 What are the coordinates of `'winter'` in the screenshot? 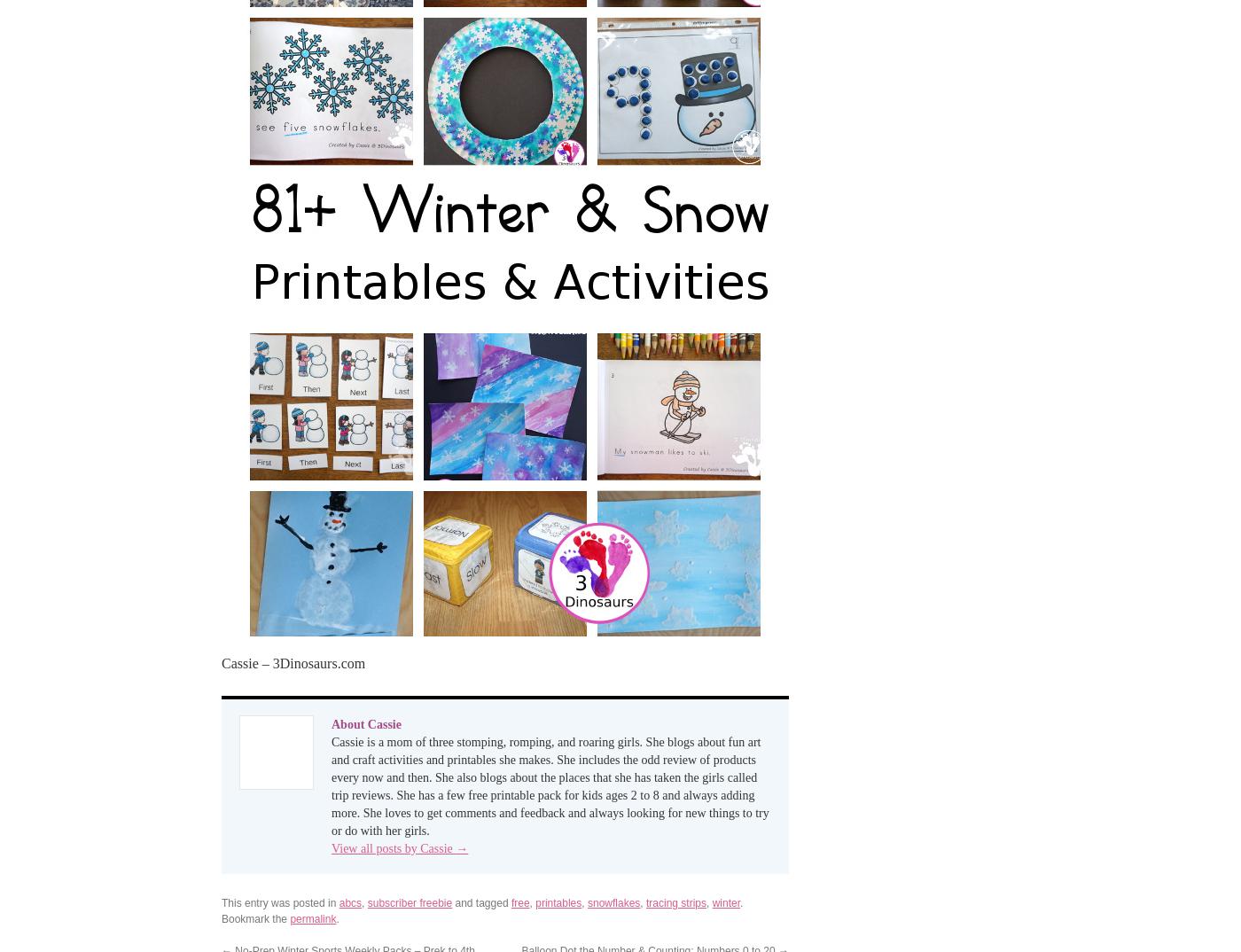 It's located at (726, 901).